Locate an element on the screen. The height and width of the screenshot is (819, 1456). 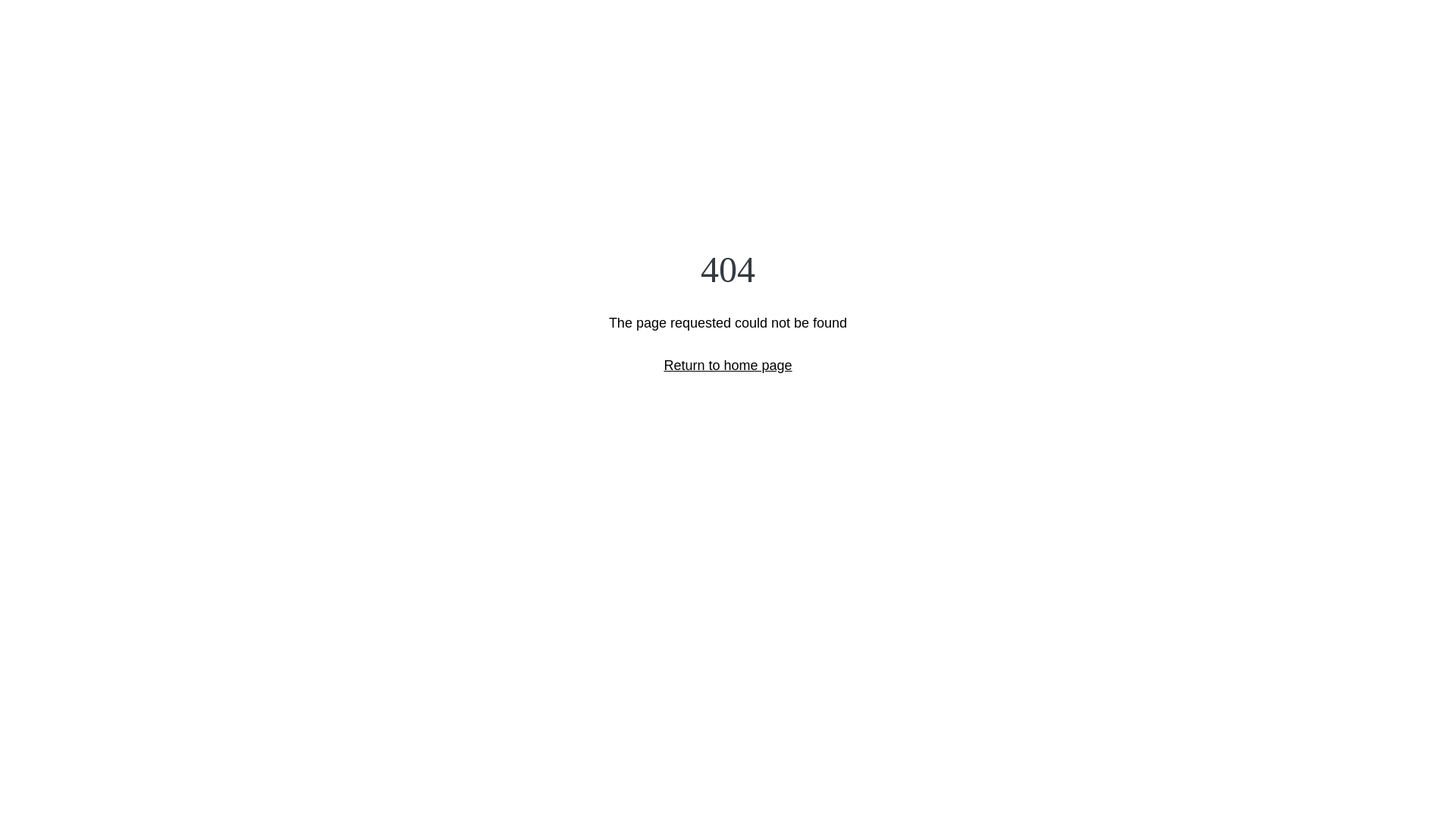
'Return to home page' is located at coordinates (726, 366).